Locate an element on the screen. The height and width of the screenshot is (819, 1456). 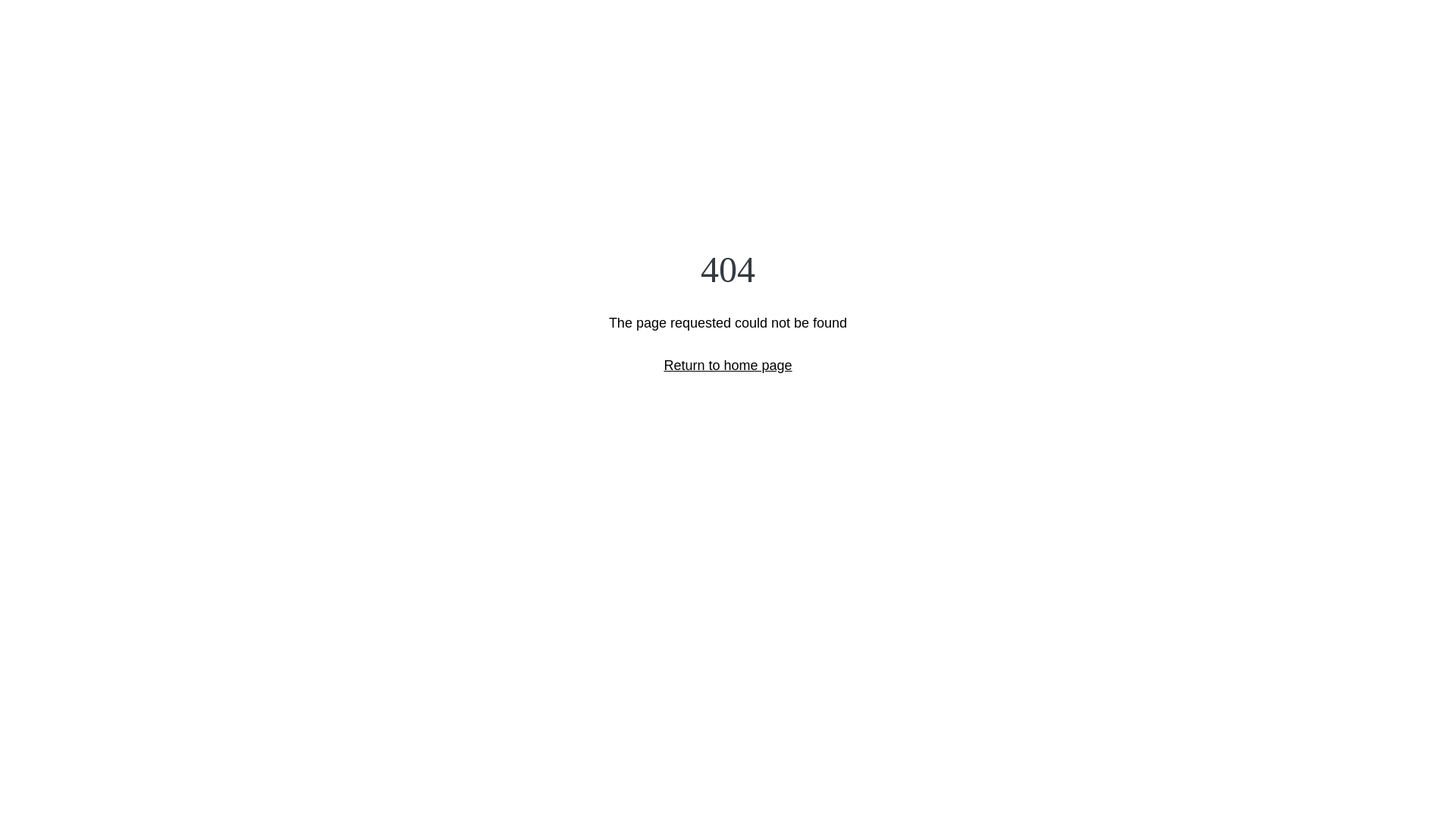
'Return to home page' is located at coordinates (726, 366).